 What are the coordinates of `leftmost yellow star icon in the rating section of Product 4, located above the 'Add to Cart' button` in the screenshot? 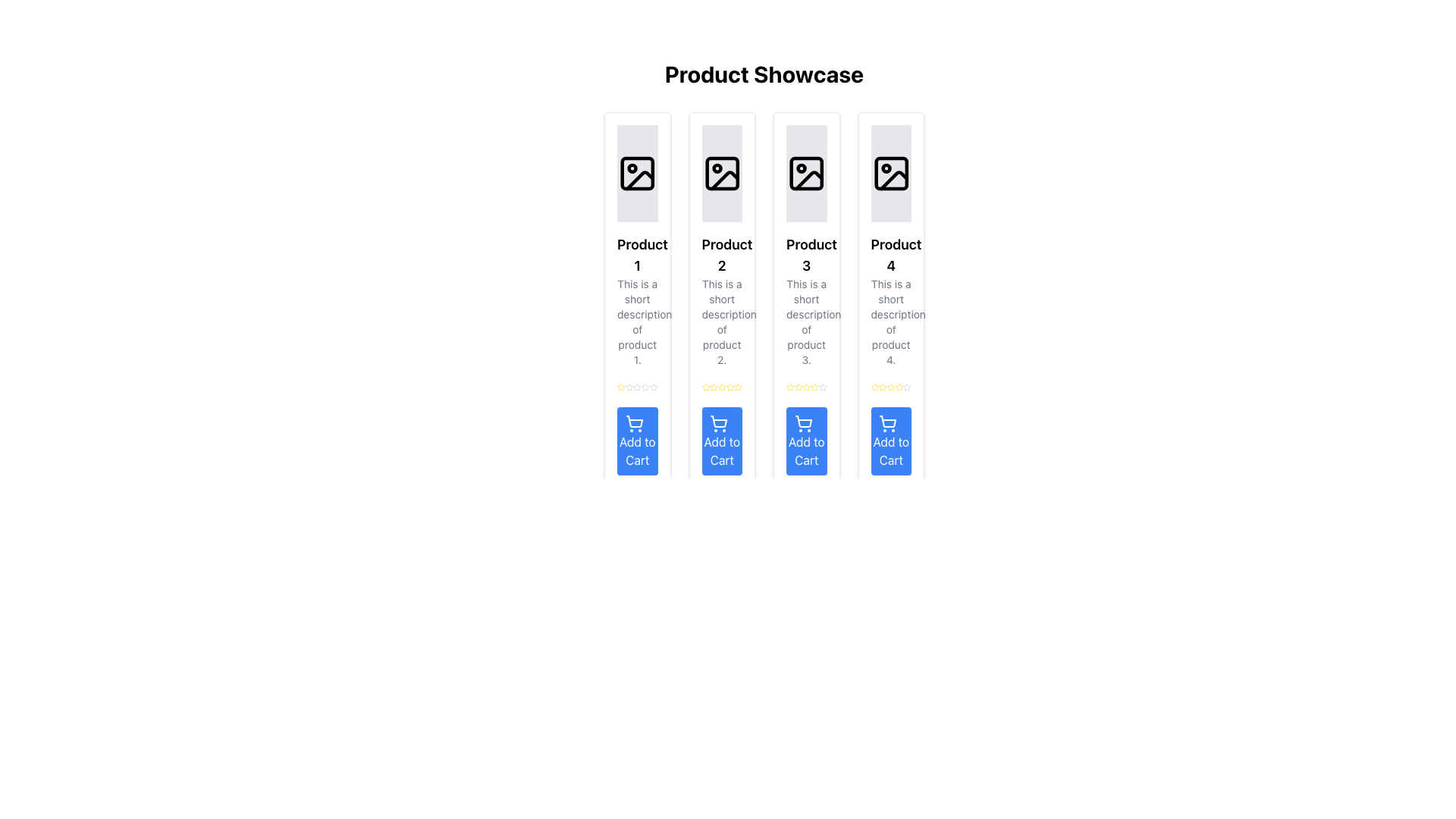 It's located at (899, 386).